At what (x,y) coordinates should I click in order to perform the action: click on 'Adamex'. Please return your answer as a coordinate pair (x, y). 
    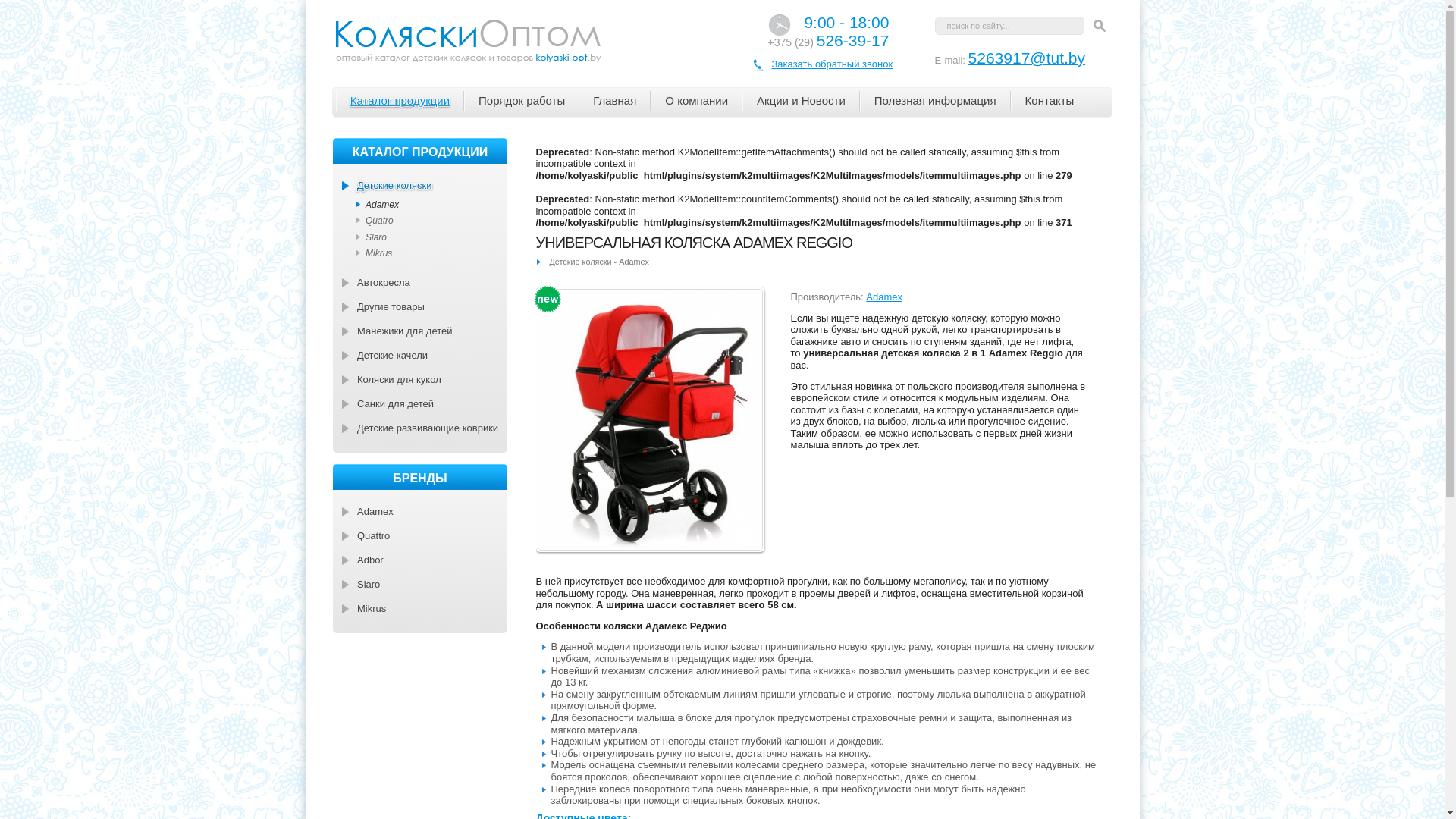
    Looking at the image, I should click on (423, 511).